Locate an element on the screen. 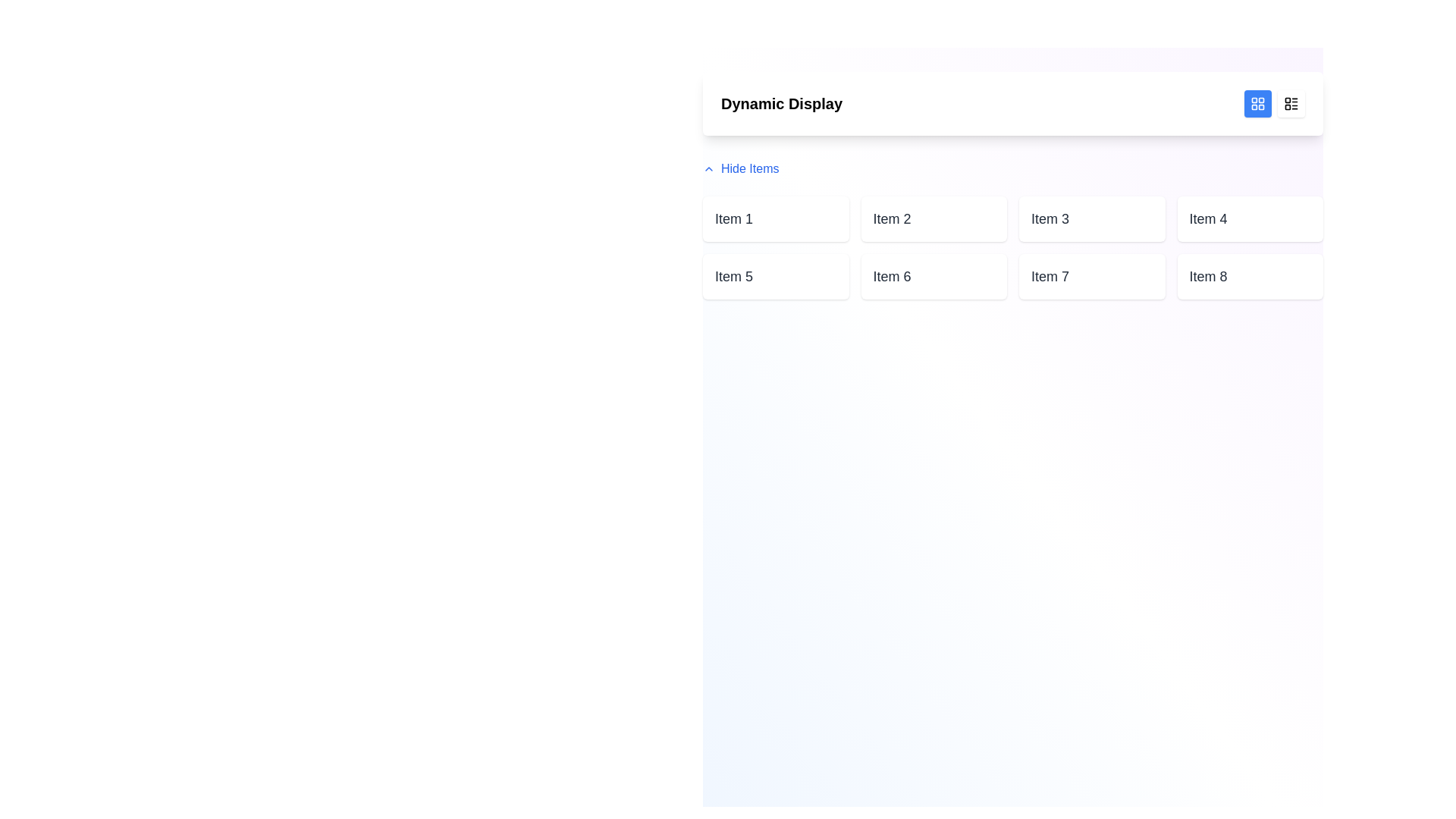 The image size is (1456, 819). the button representing 'Item 8' located in the fourth column of the second row of the grid layout is located at coordinates (1250, 277).